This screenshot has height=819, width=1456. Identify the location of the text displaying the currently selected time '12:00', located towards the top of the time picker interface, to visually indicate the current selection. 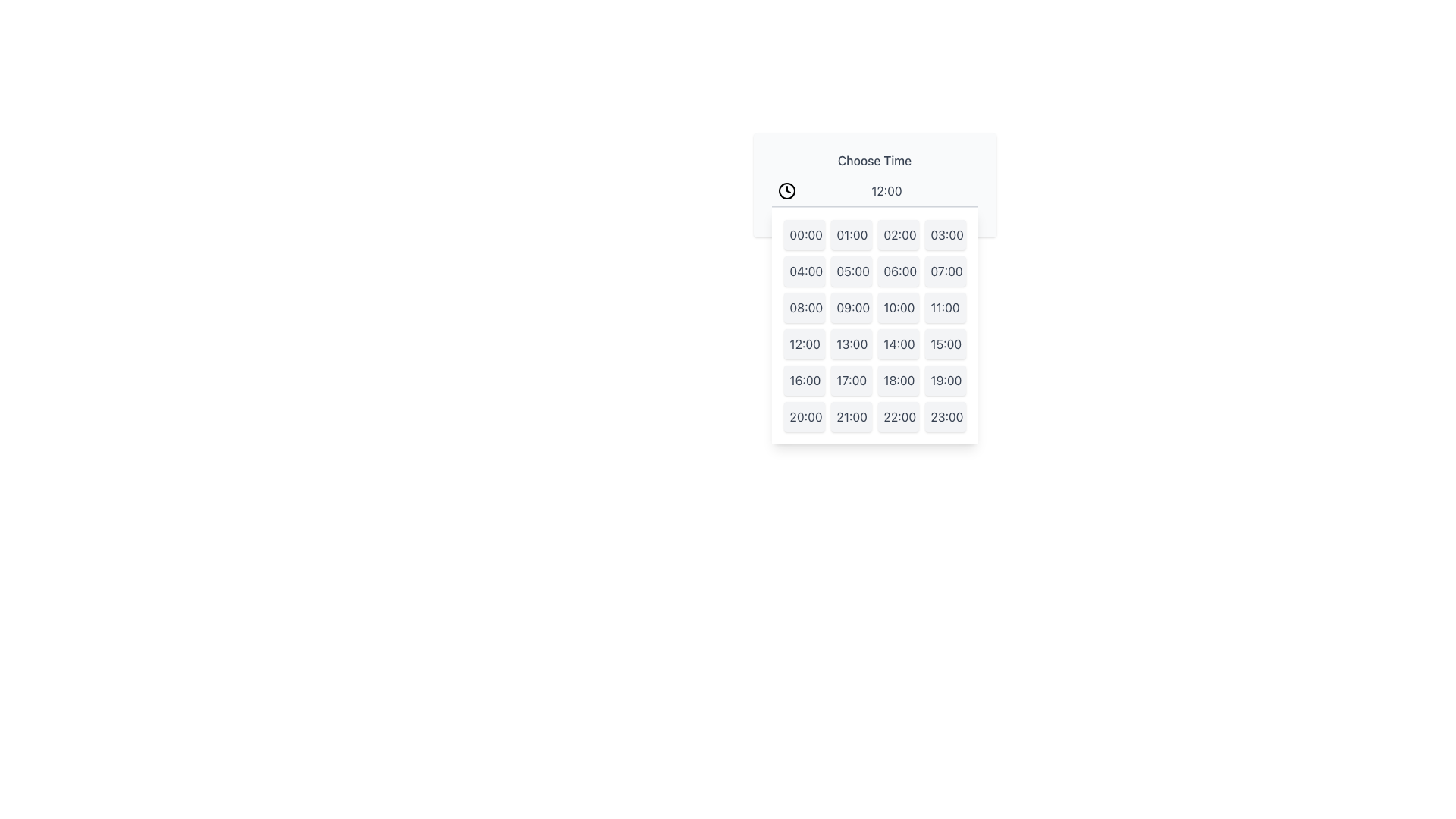
(886, 190).